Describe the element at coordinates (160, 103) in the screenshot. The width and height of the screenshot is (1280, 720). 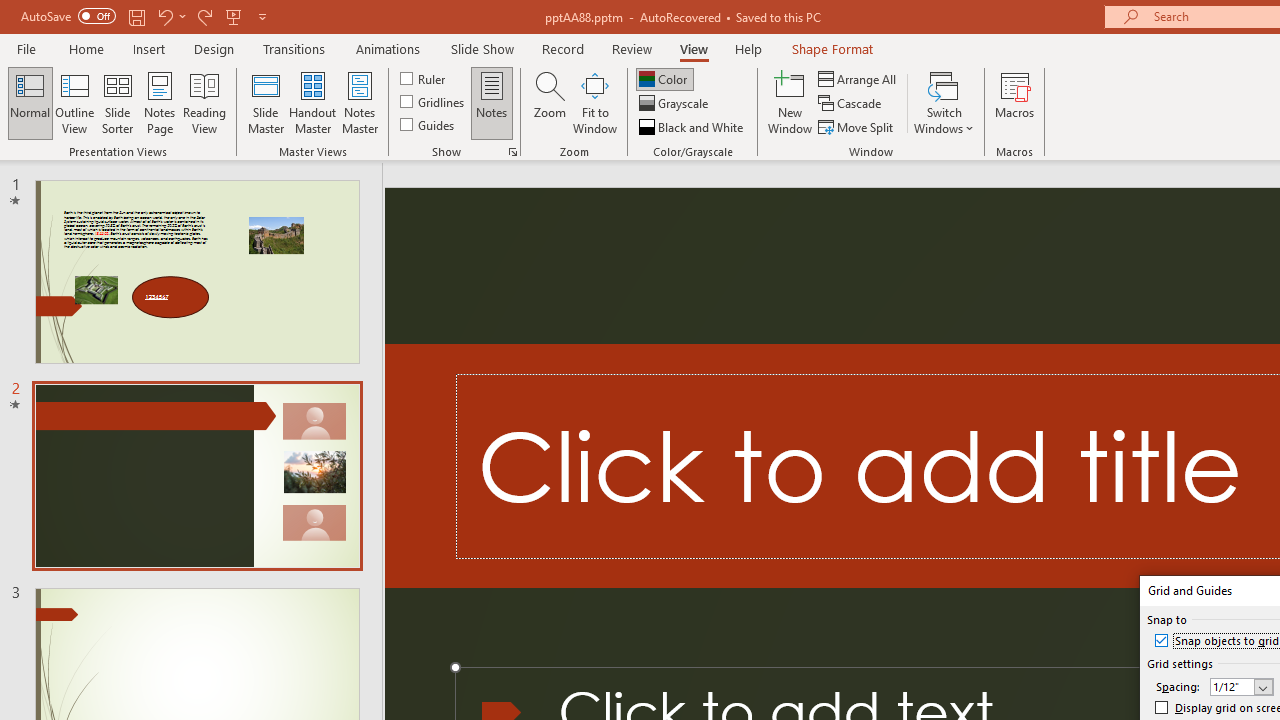
I see `'Notes Page'` at that location.